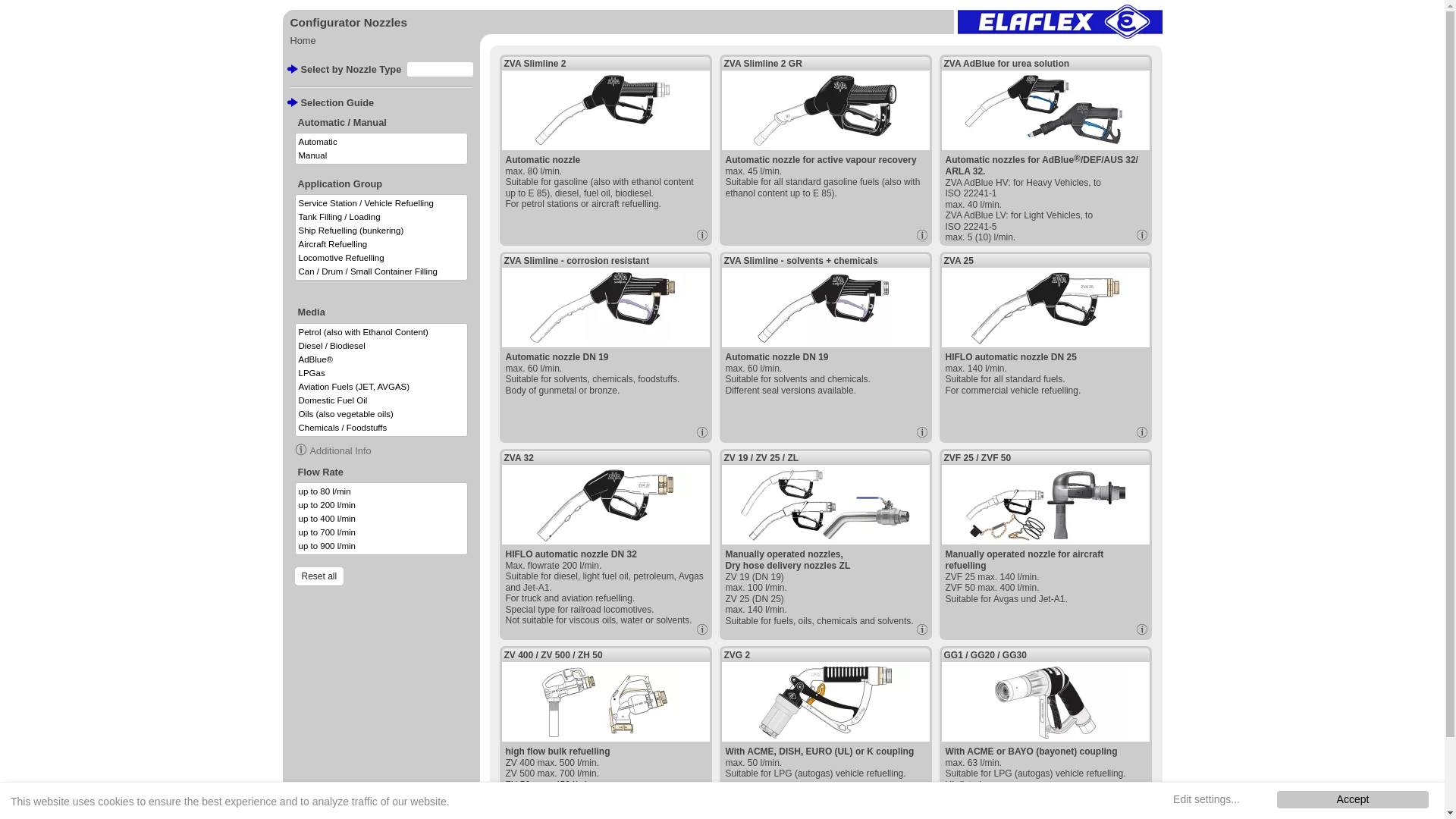  I want to click on 'Automatic', so click(381, 141).